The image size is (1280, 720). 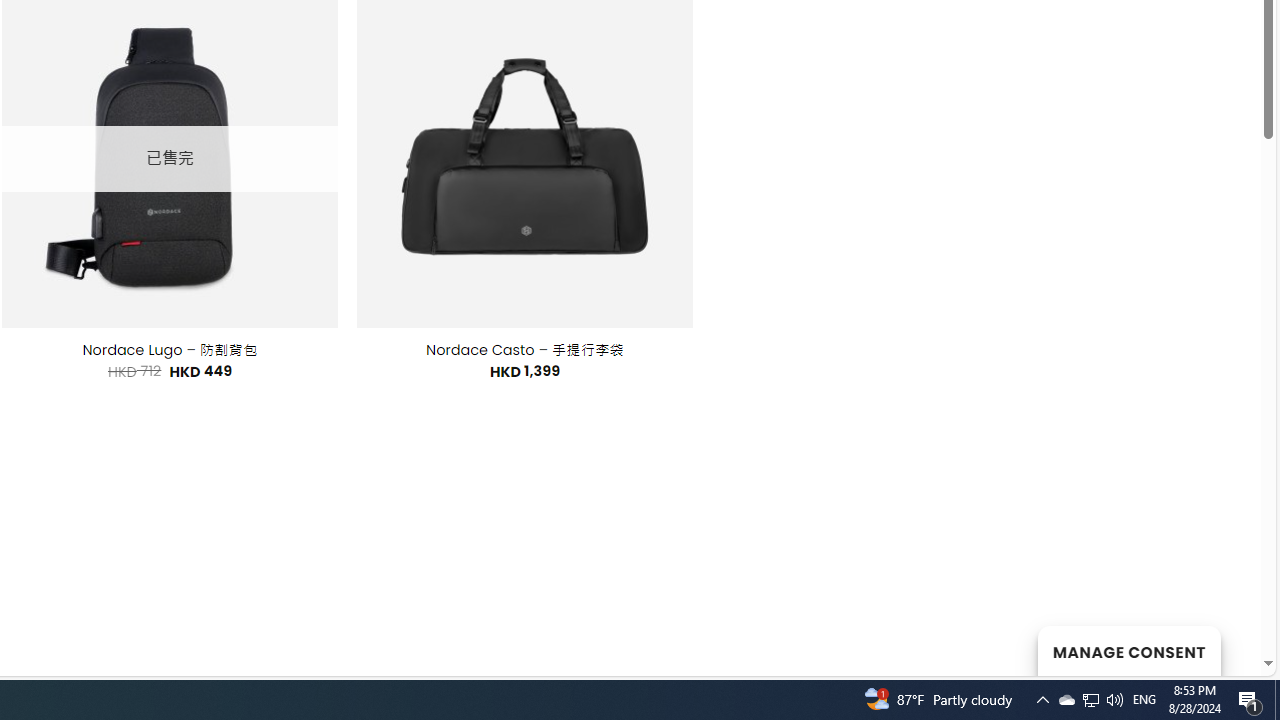 I want to click on 'MANAGE CONSENT', so click(x=1128, y=650).